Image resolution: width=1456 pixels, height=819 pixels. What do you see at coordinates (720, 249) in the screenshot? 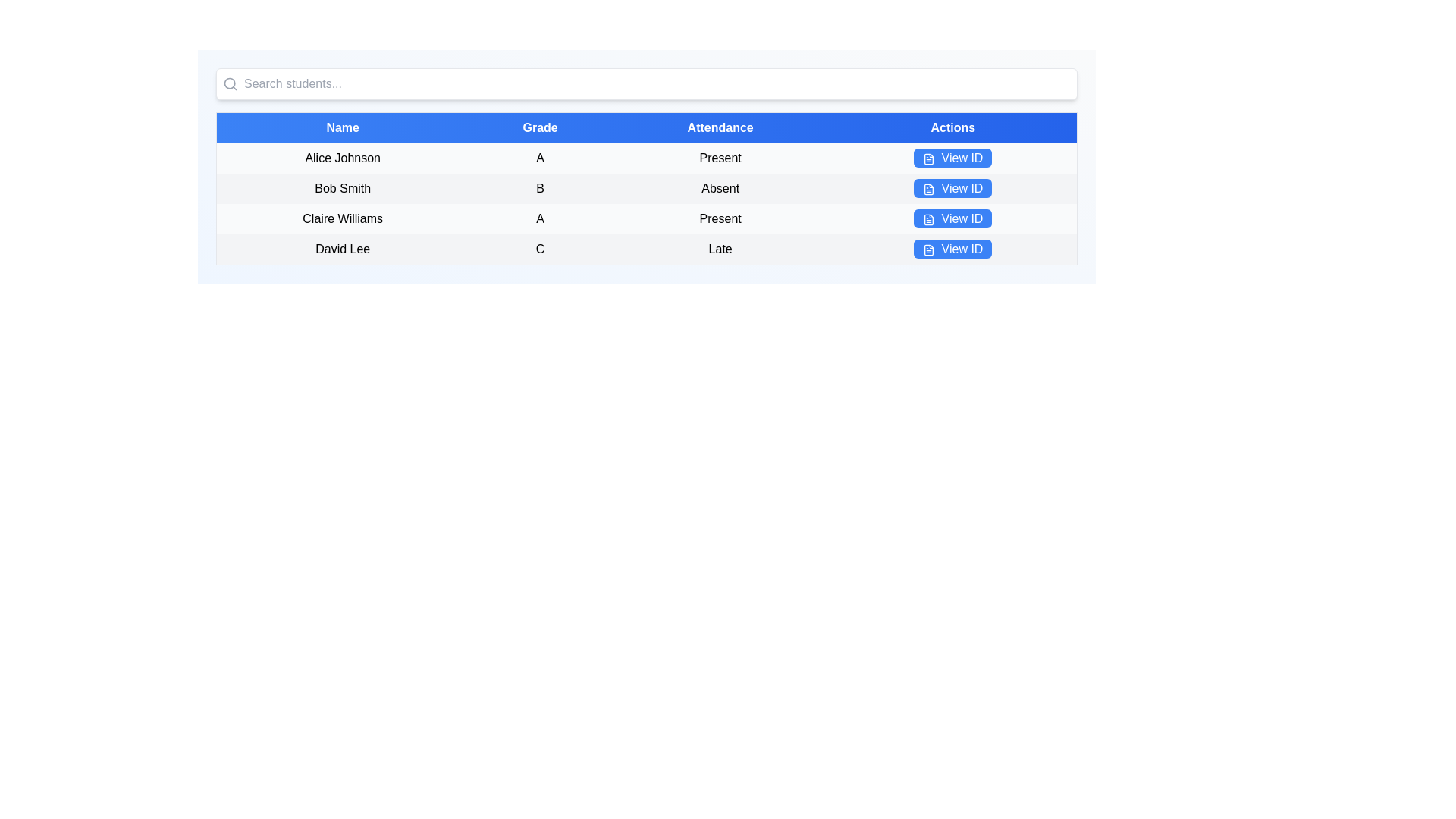
I see `the static text displaying 'Late' for the individual 'David Lee' located in the third column of the last row of the attendance table` at bounding box center [720, 249].